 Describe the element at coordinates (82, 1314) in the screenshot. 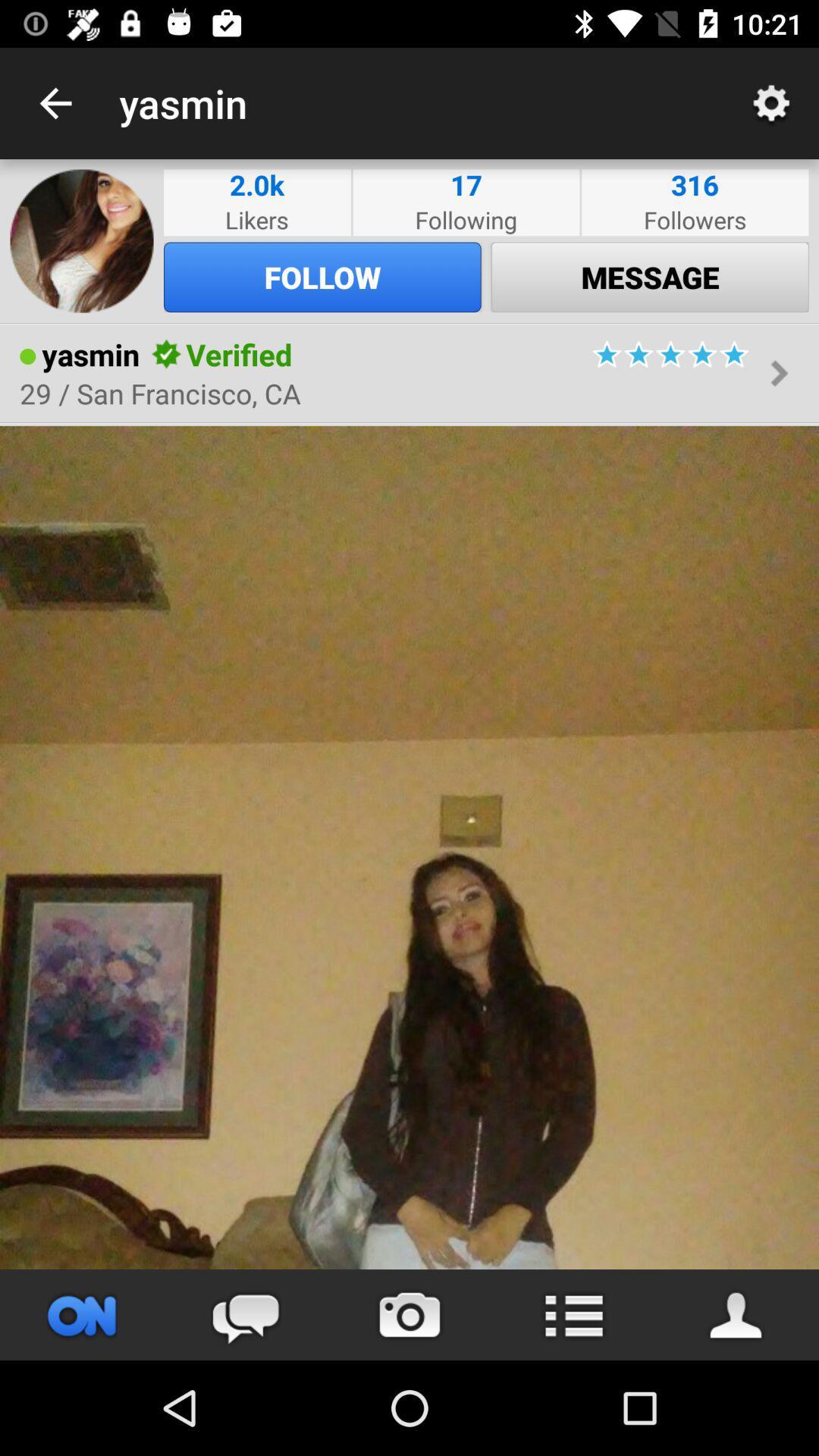

I see `the sliders icon` at that location.